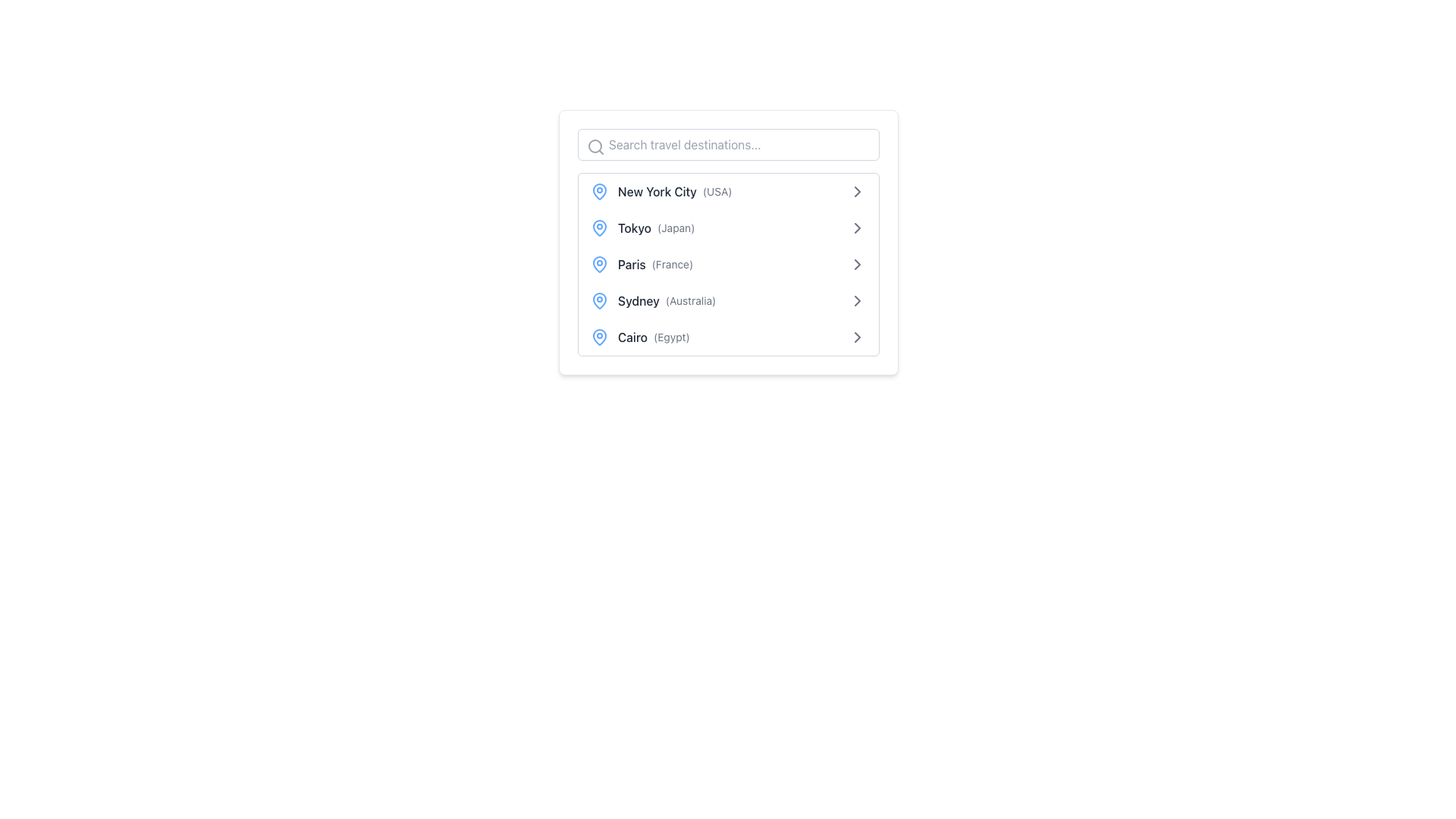 This screenshot has width=1456, height=819. I want to click on the text label indicating the location 'New York City' in the travel destination selector list, which is positioned beside a blue map pin icon and before the text '(USA)', so click(657, 191).